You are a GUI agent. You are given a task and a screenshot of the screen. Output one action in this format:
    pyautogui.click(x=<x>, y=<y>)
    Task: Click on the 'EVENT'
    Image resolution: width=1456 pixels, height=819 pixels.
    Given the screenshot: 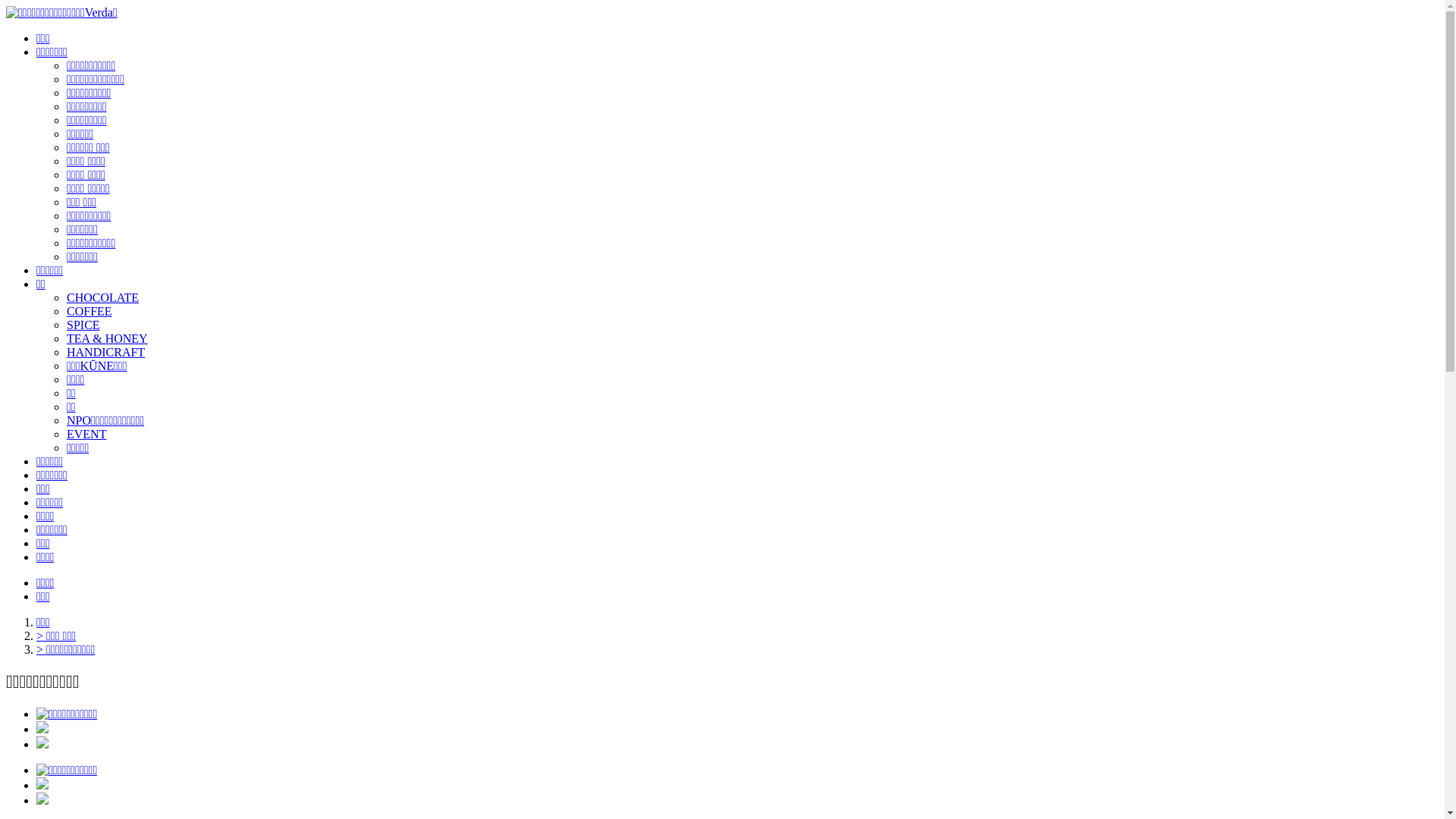 What is the action you would take?
    pyautogui.click(x=86, y=434)
    